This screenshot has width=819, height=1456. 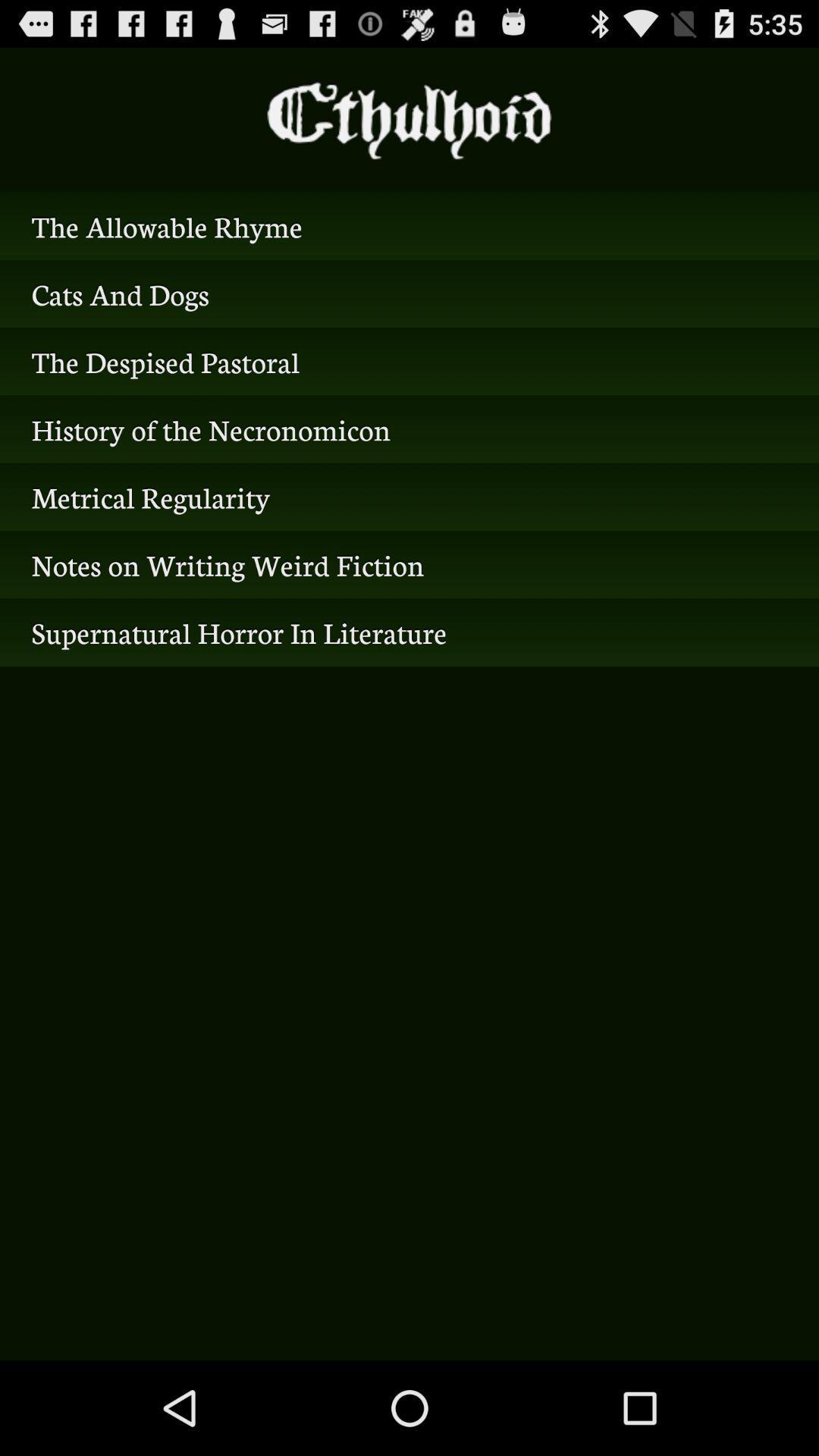 I want to click on cats and dogs icon, so click(x=409, y=293).